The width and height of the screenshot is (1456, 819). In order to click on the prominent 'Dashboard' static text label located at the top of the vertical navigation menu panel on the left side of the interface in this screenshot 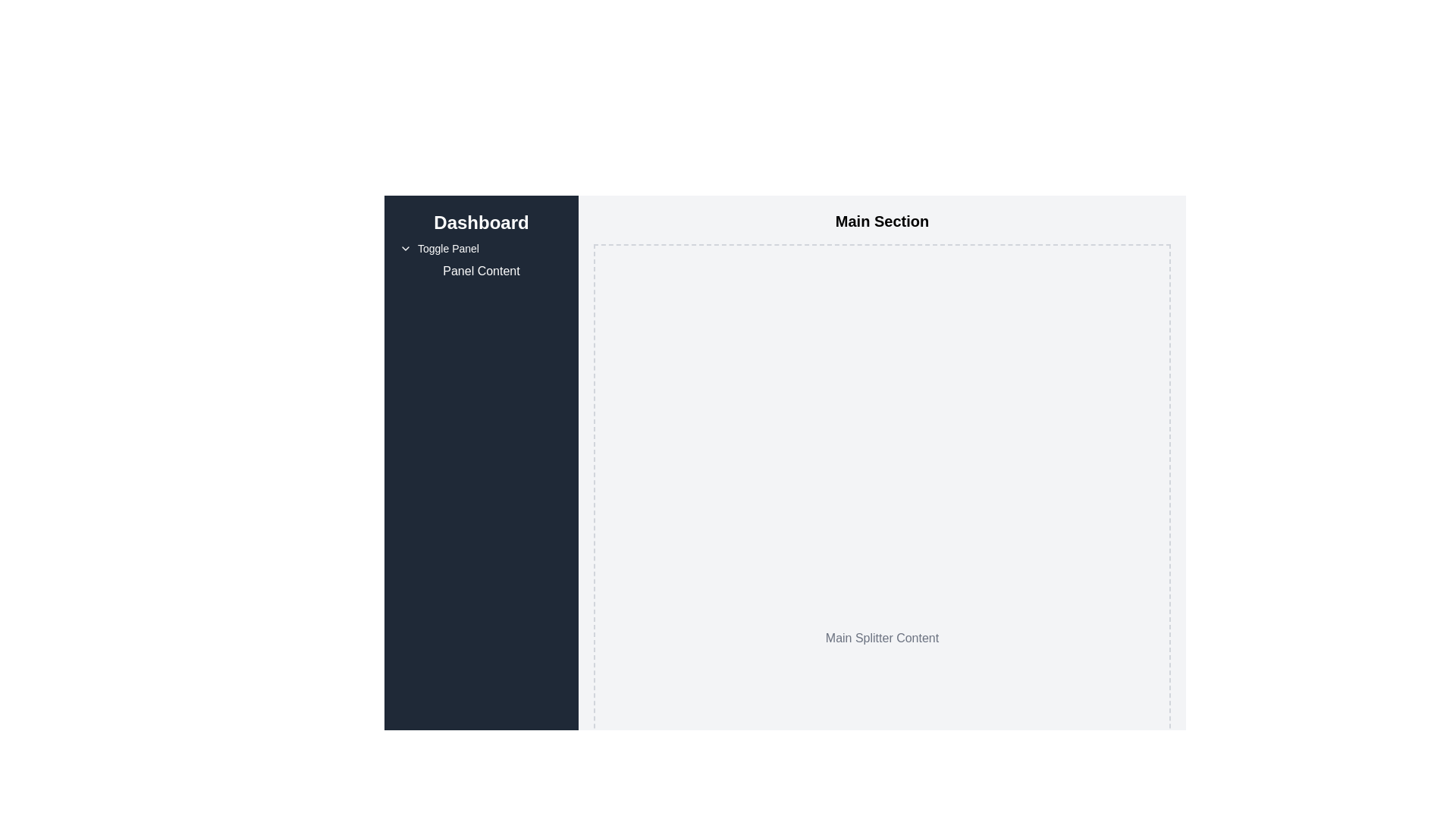, I will do `click(480, 222)`.